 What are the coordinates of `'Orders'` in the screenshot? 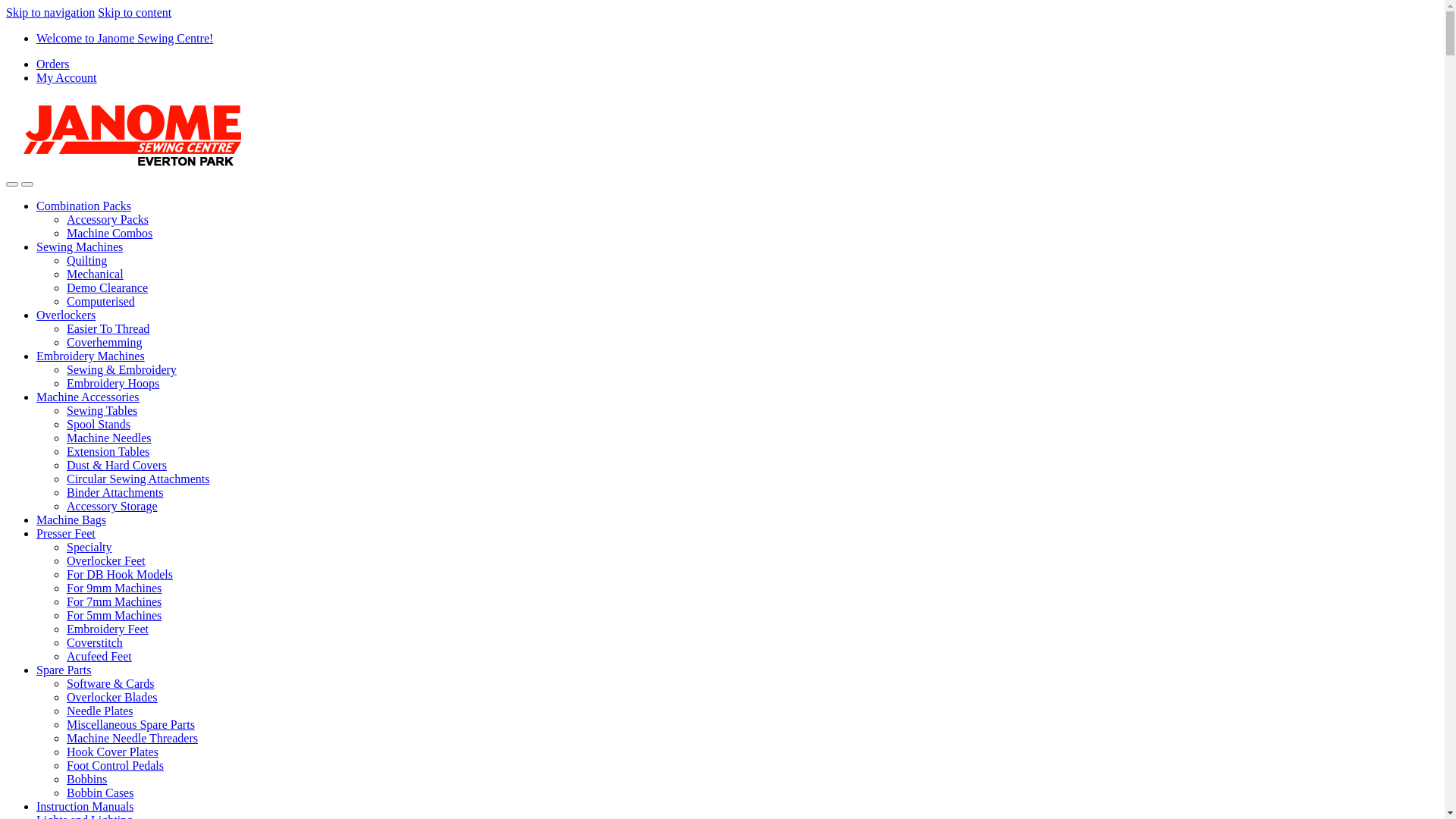 It's located at (53, 63).